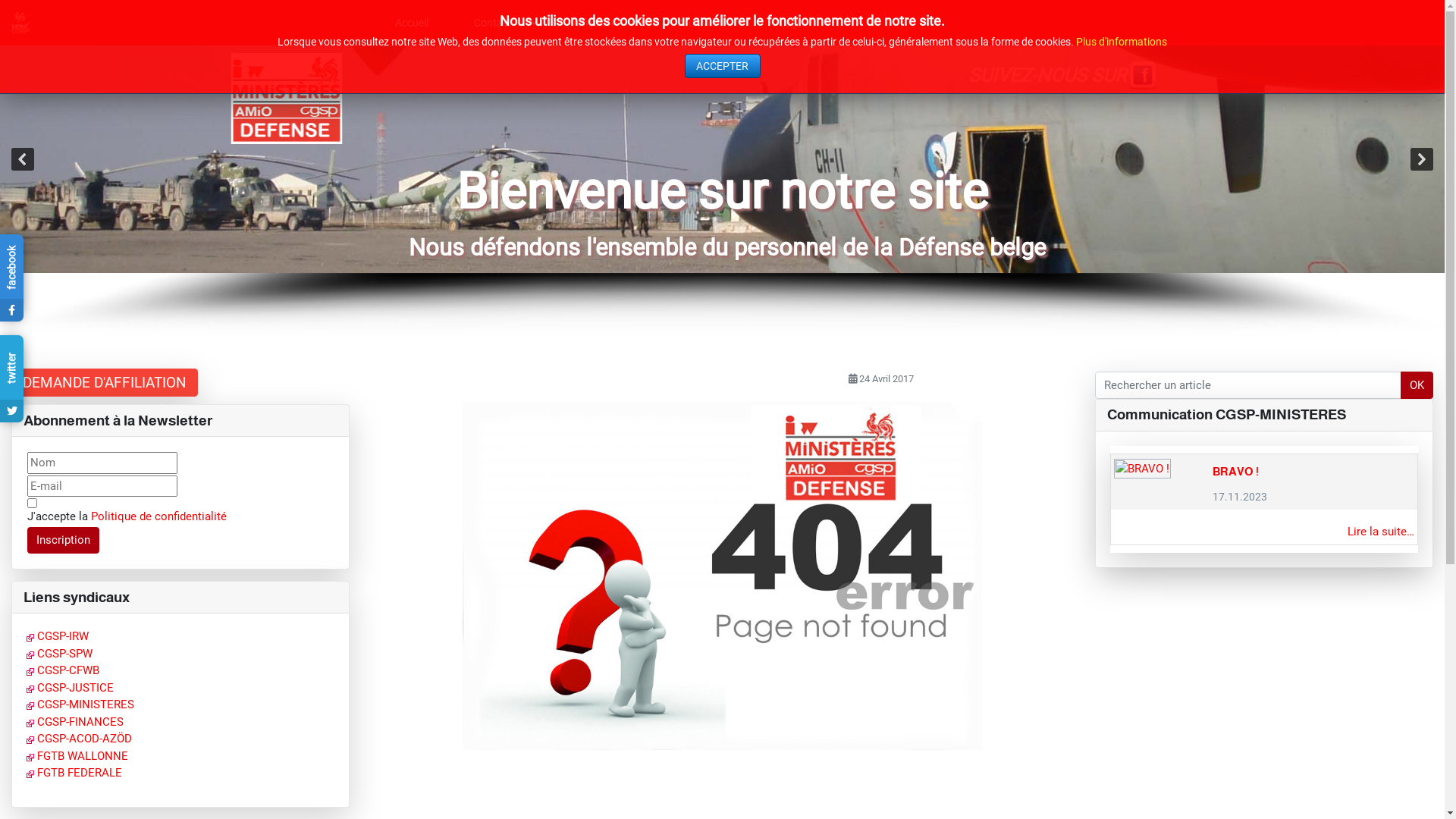 The height and width of the screenshot is (819, 1456). What do you see at coordinates (104, 381) in the screenshot?
I see `'DEMANDE D'AFFILIATION'` at bounding box center [104, 381].